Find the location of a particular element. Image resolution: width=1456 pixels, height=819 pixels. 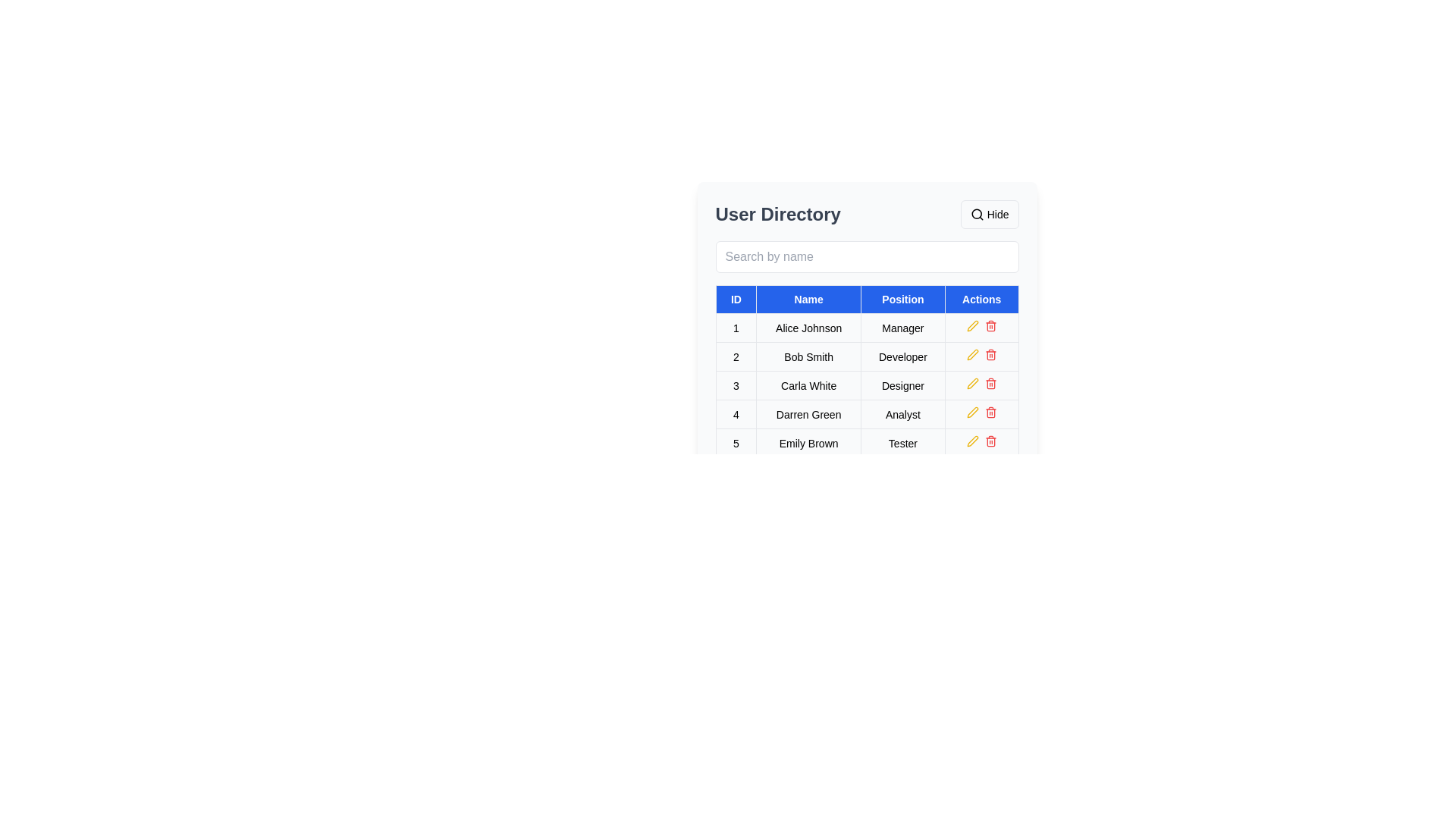

the text label displaying 'Designer' for the user 'Carla White' in the Position column of the user directory table is located at coordinates (902, 384).